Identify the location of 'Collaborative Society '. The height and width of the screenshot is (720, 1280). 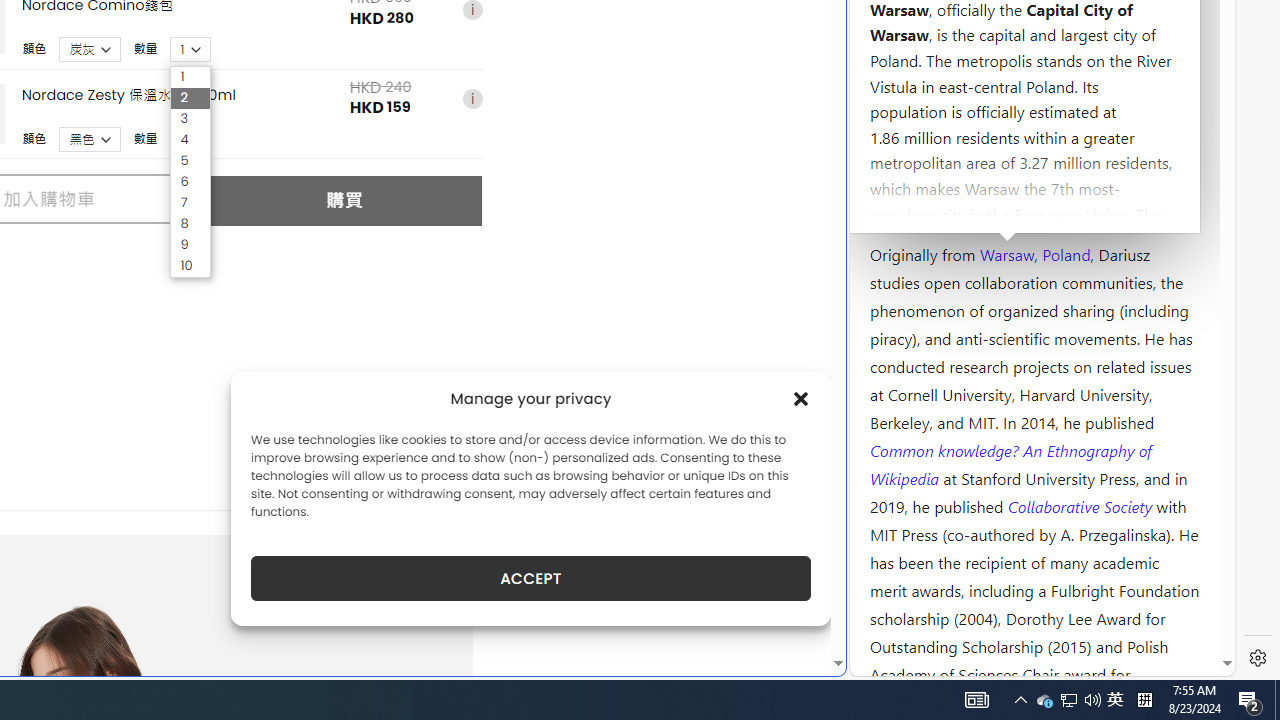
(1081, 504).